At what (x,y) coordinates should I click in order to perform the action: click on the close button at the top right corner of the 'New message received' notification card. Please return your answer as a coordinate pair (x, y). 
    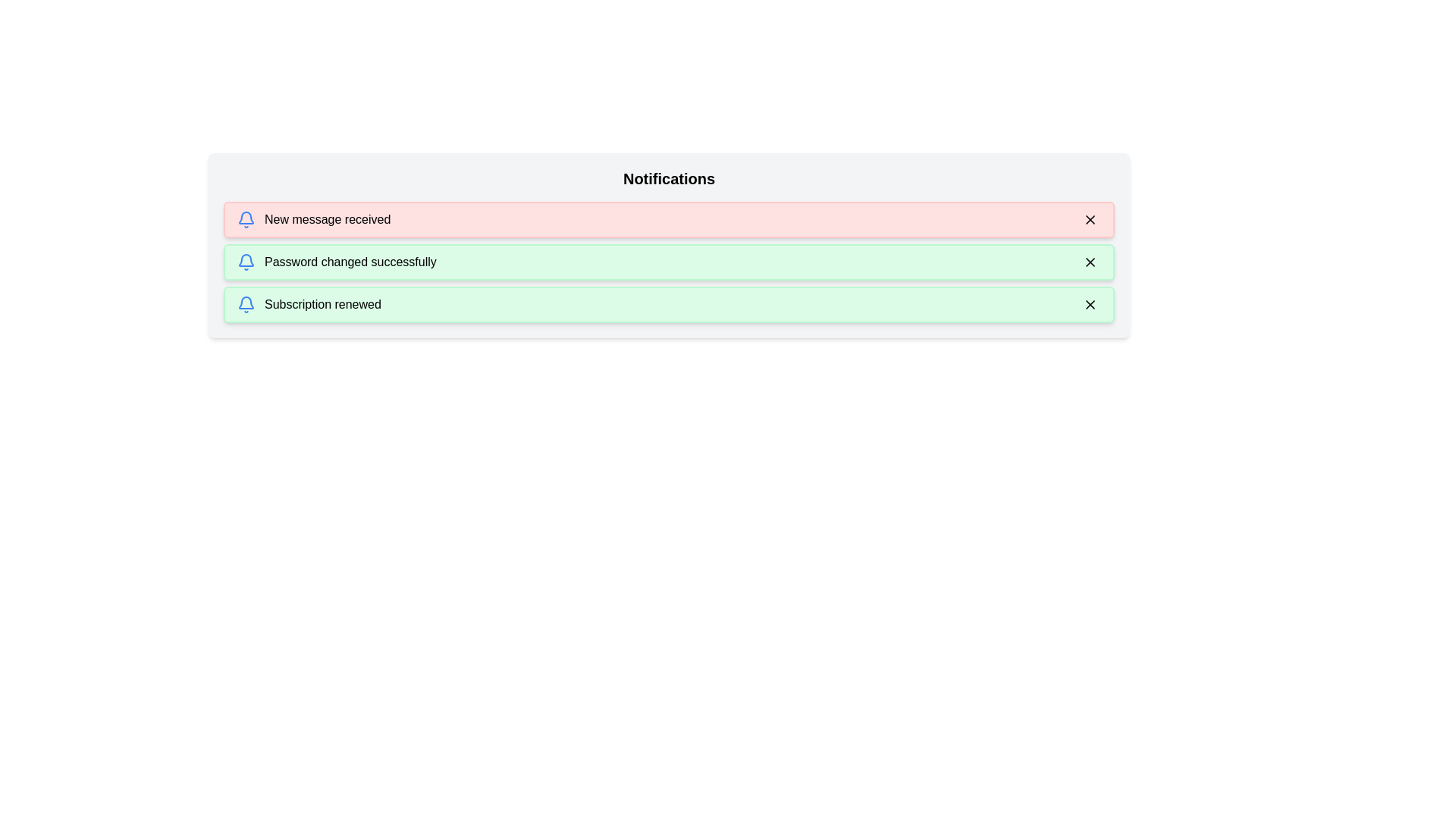
    Looking at the image, I should click on (1090, 219).